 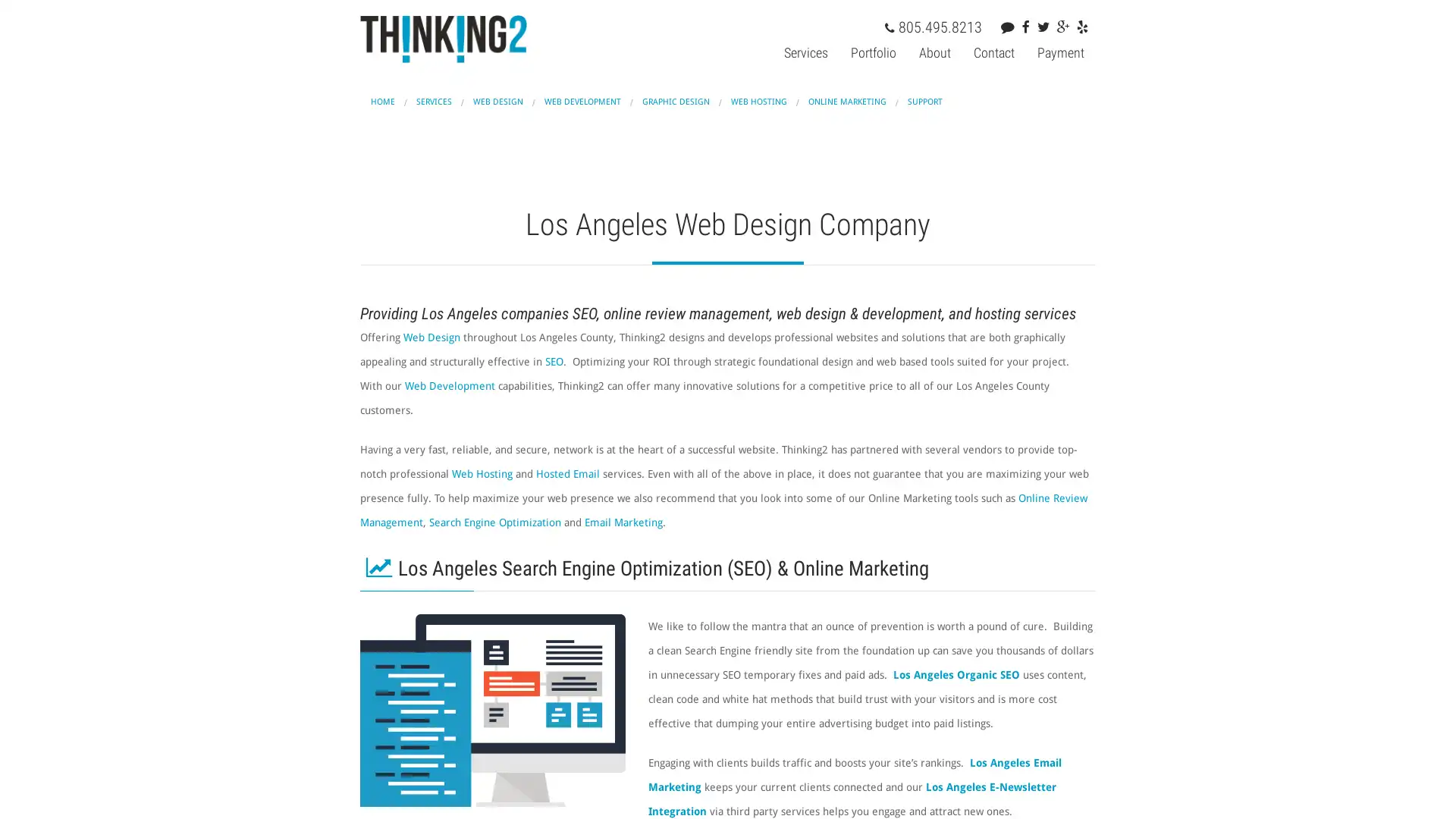 What do you see at coordinates (874, 52) in the screenshot?
I see `Portfolio` at bounding box center [874, 52].